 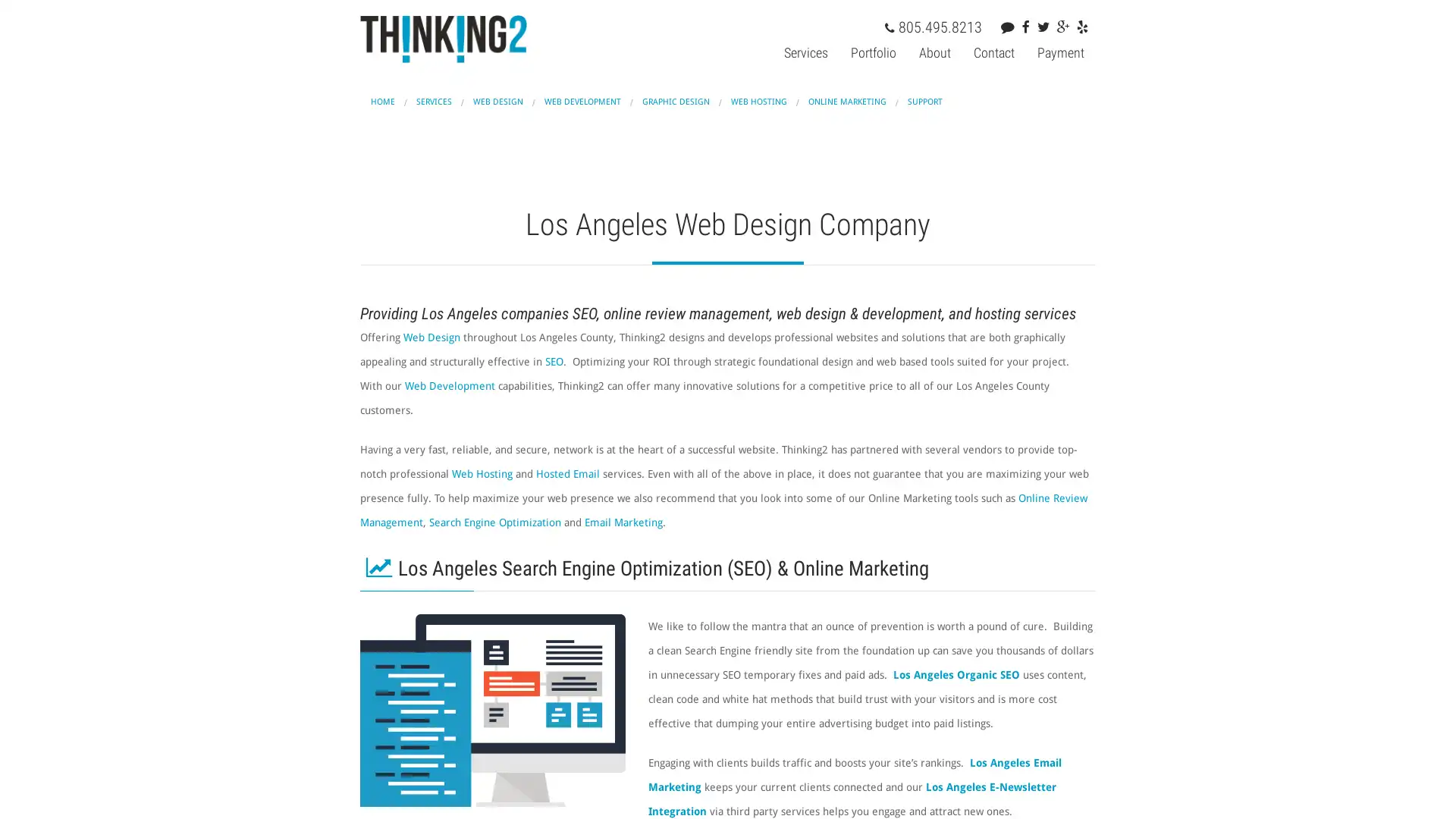 What do you see at coordinates (874, 52) in the screenshot?
I see `Portfolio` at bounding box center [874, 52].